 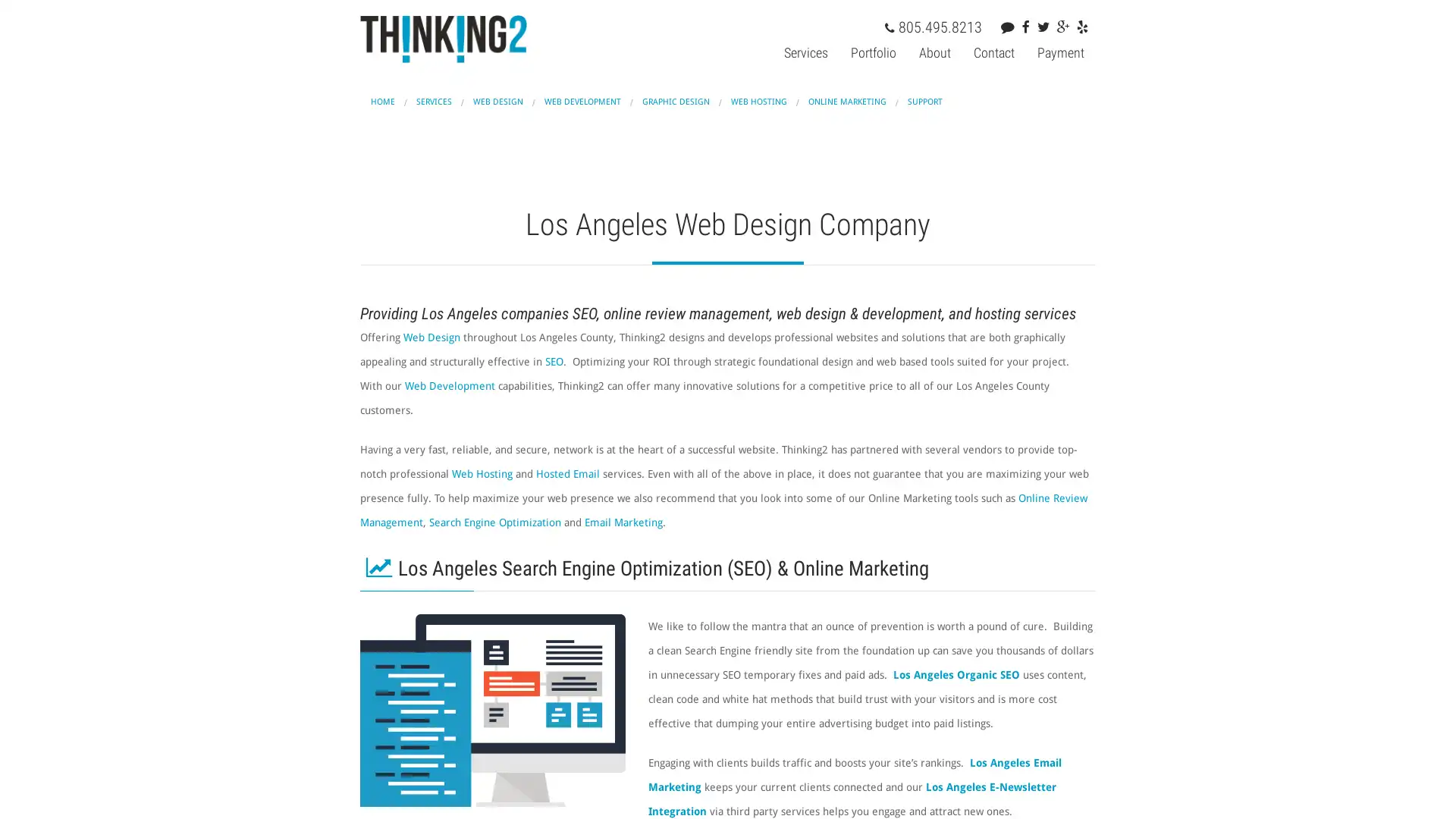 What do you see at coordinates (874, 52) in the screenshot?
I see `Portfolio` at bounding box center [874, 52].